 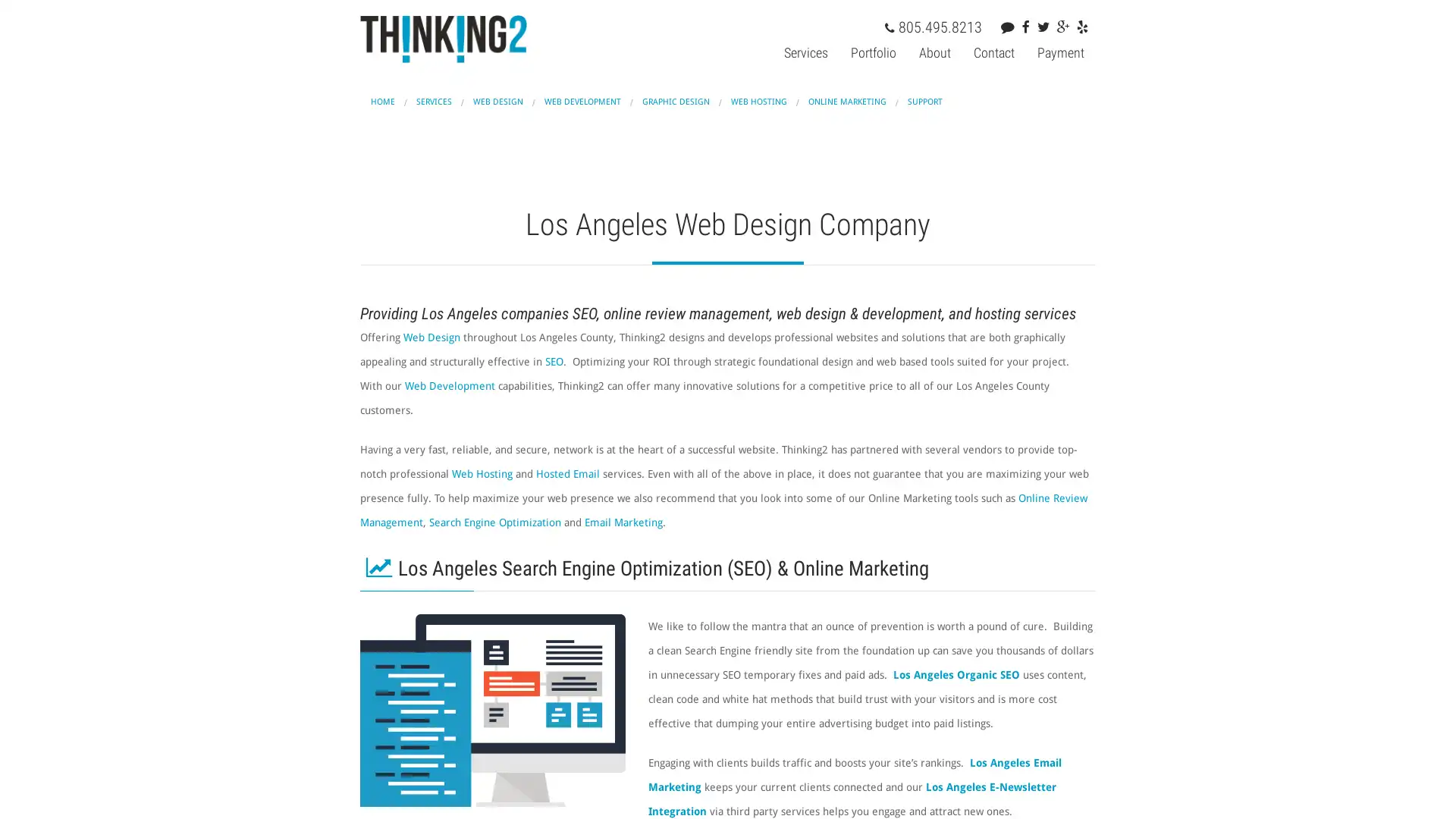 What do you see at coordinates (874, 52) in the screenshot?
I see `Portfolio` at bounding box center [874, 52].